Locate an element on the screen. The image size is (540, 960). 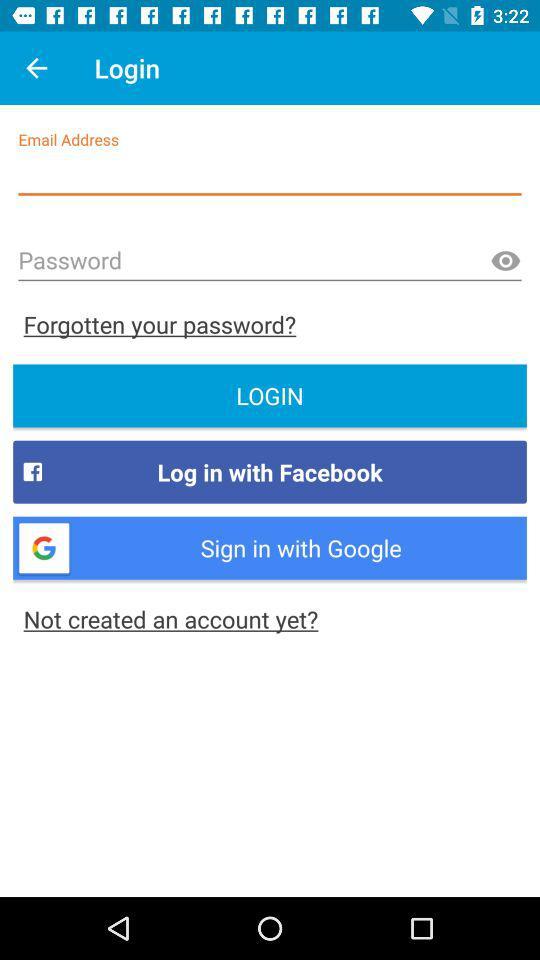
email column is located at coordinates (270, 174).